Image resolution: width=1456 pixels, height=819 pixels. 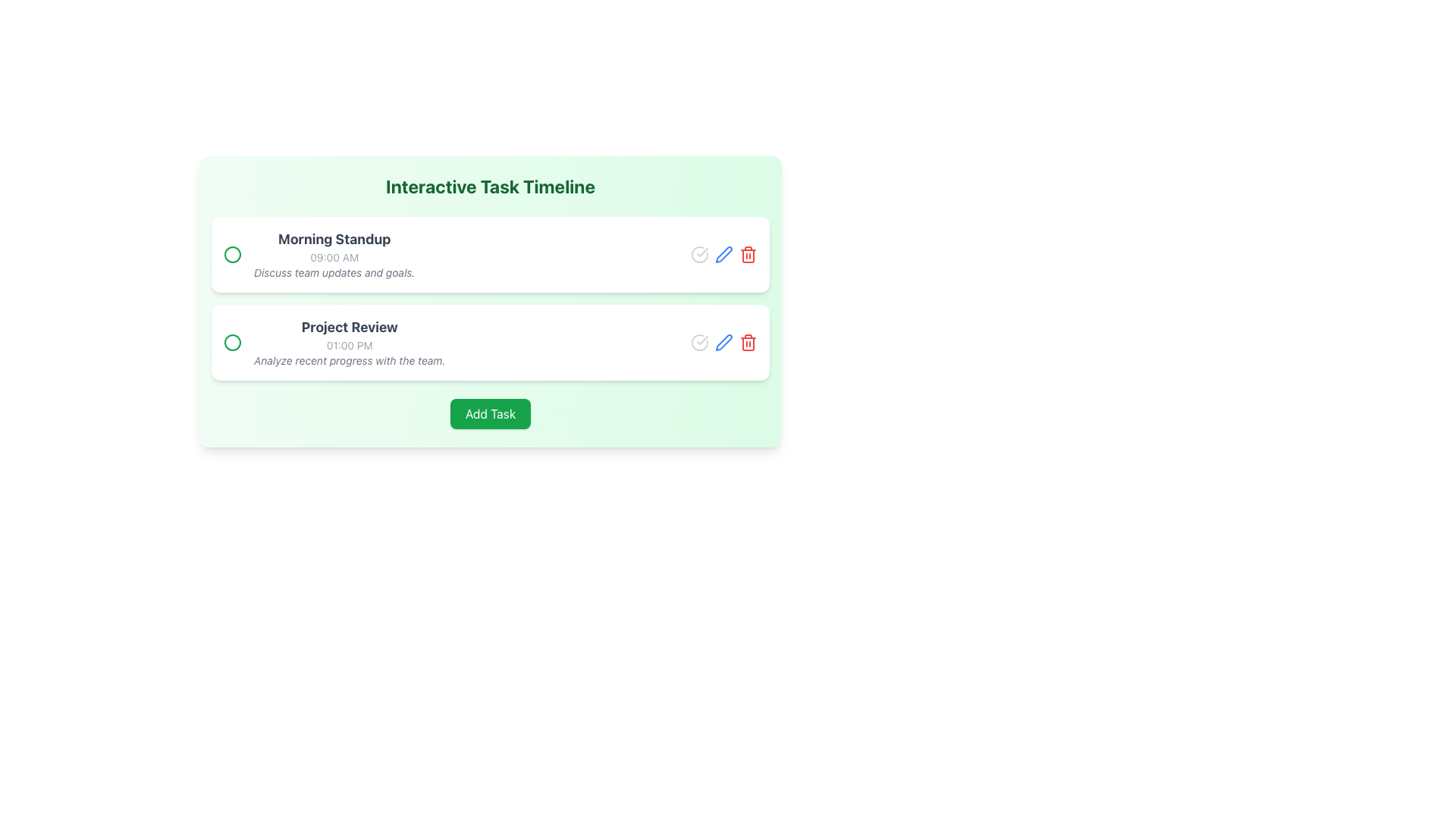 What do you see at coordinates (748, 342) in the screenshot?
I see `the red trash bin icon, which serves as the delete button for the associated task in the Interactive Task Timeline` at bounding box center [748, 342].